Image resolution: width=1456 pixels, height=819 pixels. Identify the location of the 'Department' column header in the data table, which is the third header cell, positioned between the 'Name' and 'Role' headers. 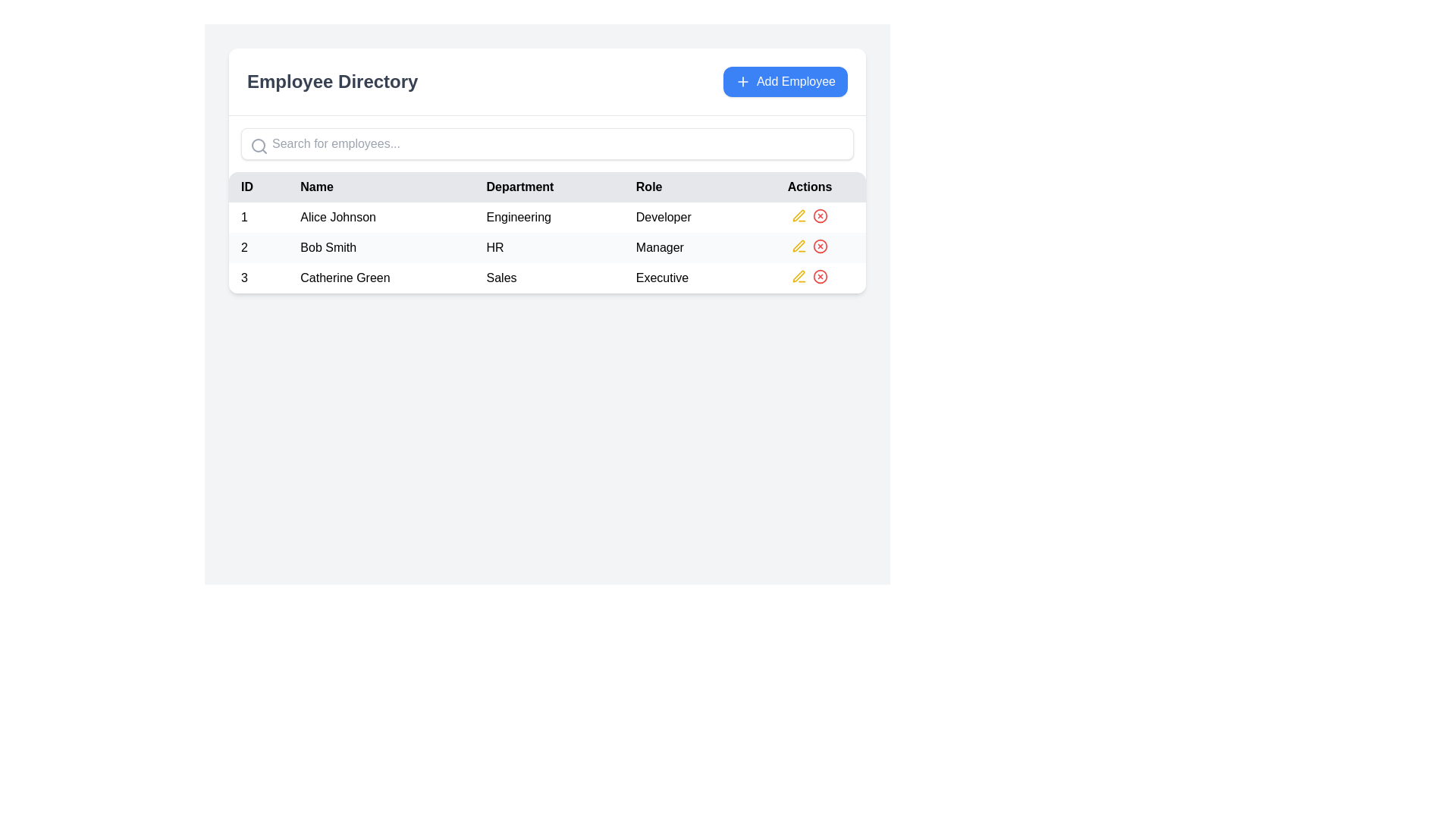
(548, 186).